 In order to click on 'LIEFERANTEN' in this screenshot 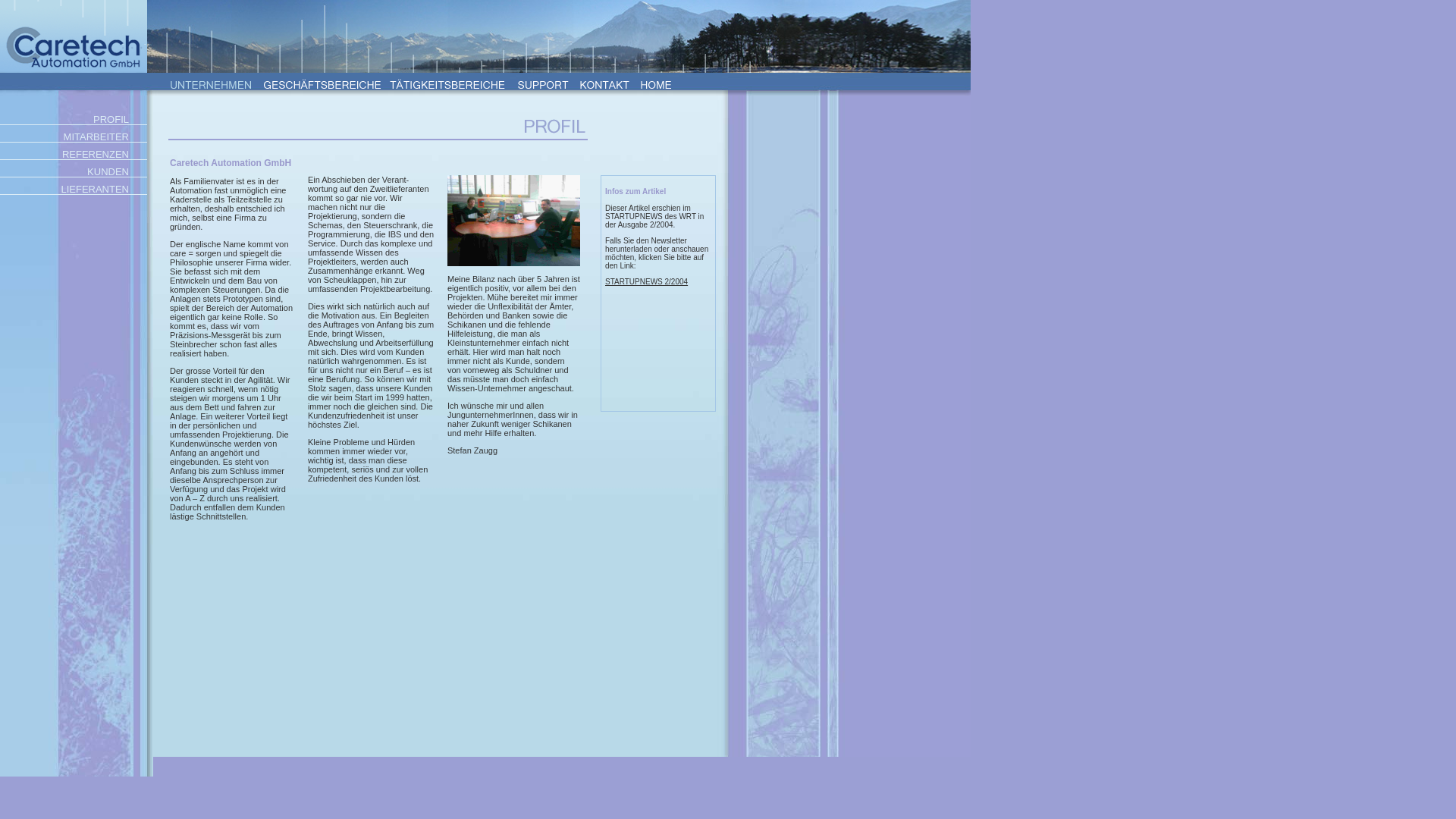, I will do `click(72, 188)`.